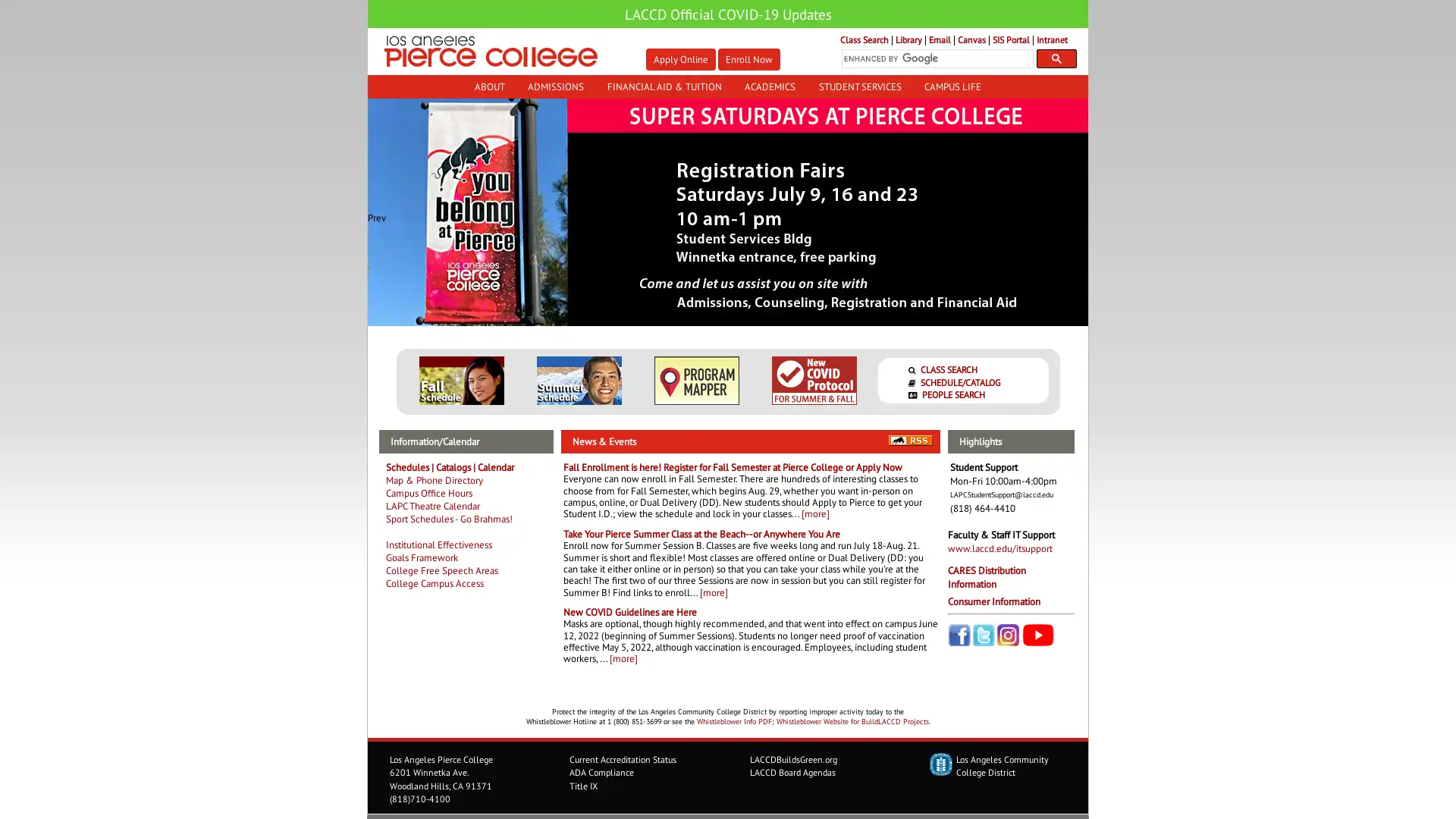 This screenshot has height=819, width=1456. What do you see at coordinates (952, 86) in the screenshot?
I see `CAMPUS LIFE` at bounding box center [952, 86].